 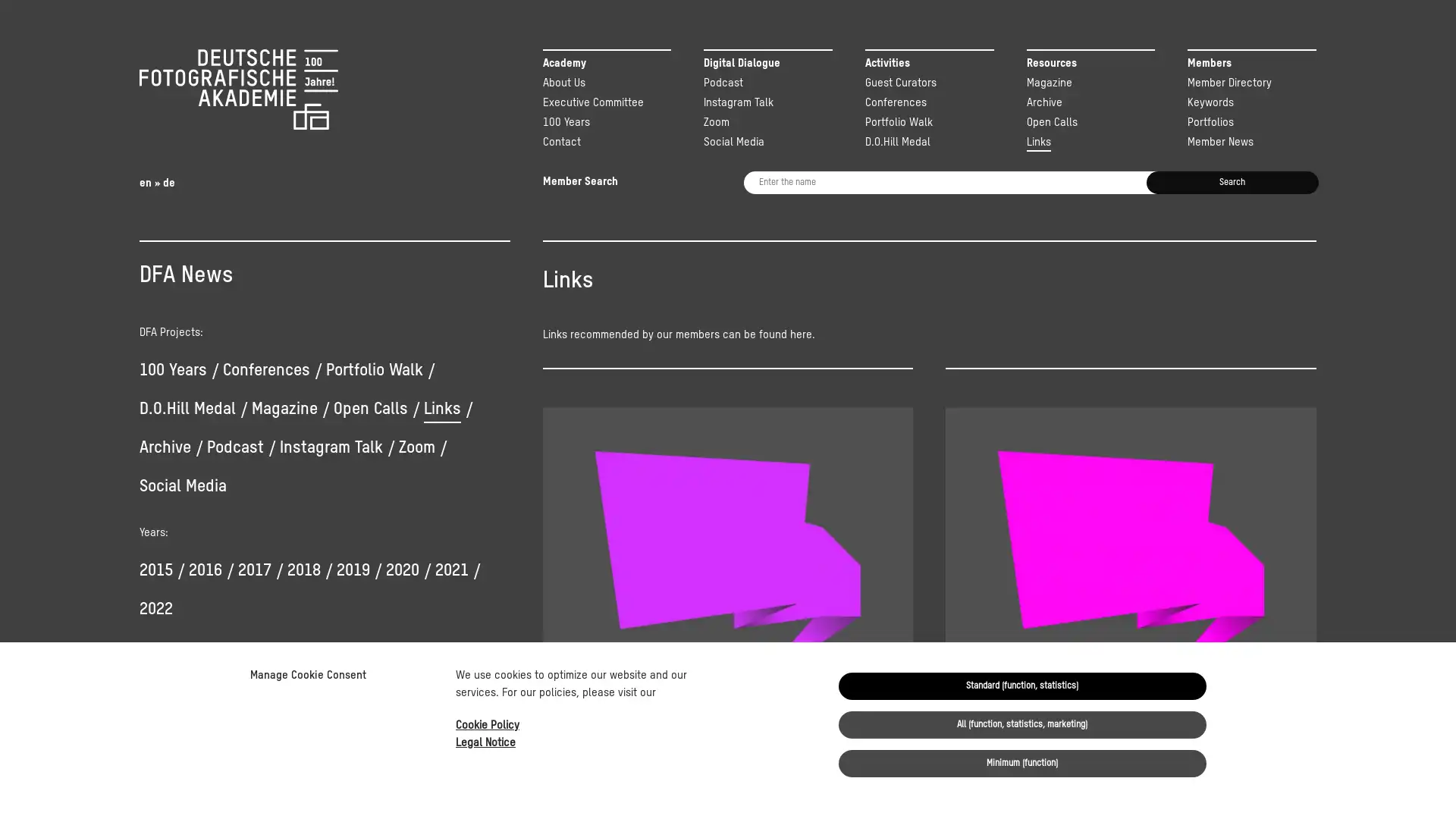 What do you see at coordinates (156, 608) in the screenshot?
I see `2022` at bounding box center [156, 608].